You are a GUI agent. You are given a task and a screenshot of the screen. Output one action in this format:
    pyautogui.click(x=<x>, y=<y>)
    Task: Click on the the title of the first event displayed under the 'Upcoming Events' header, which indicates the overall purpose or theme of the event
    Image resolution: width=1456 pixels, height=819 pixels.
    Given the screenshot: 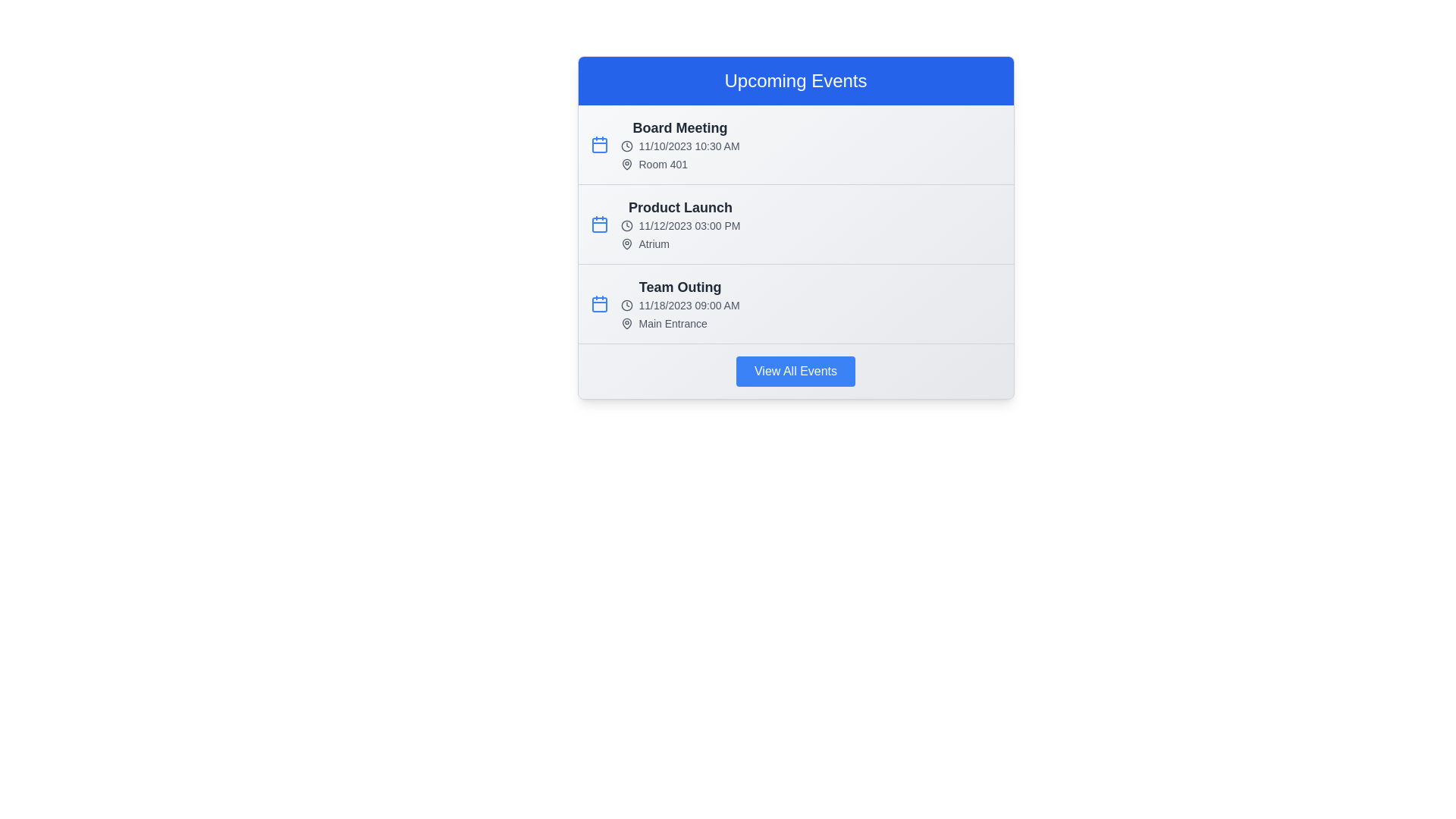 What is the action you would take?
    pyautogui.click(x=679, y=127)
    